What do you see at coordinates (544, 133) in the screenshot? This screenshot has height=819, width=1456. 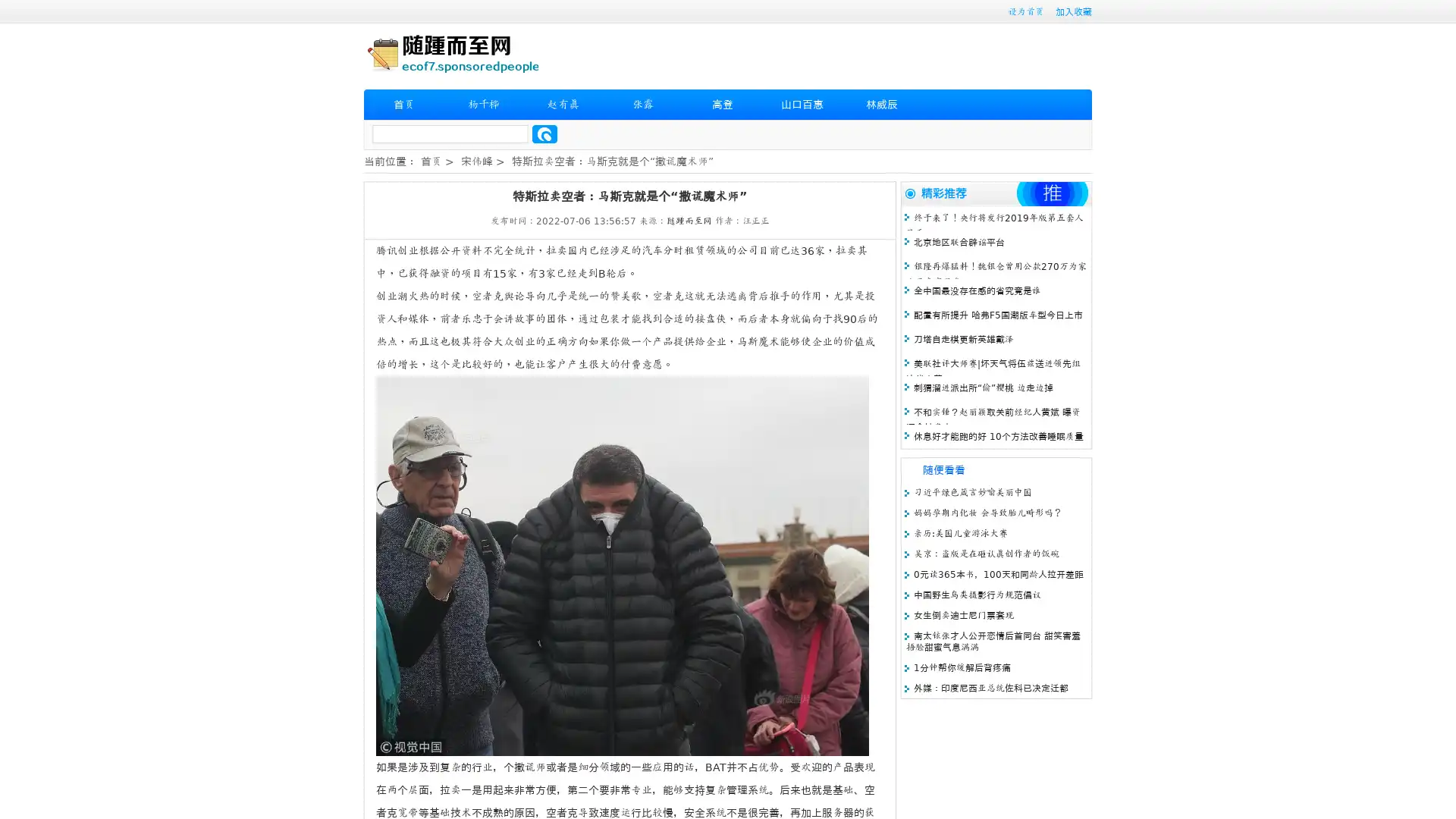 I see `Search` at bounding box center [544, 133].